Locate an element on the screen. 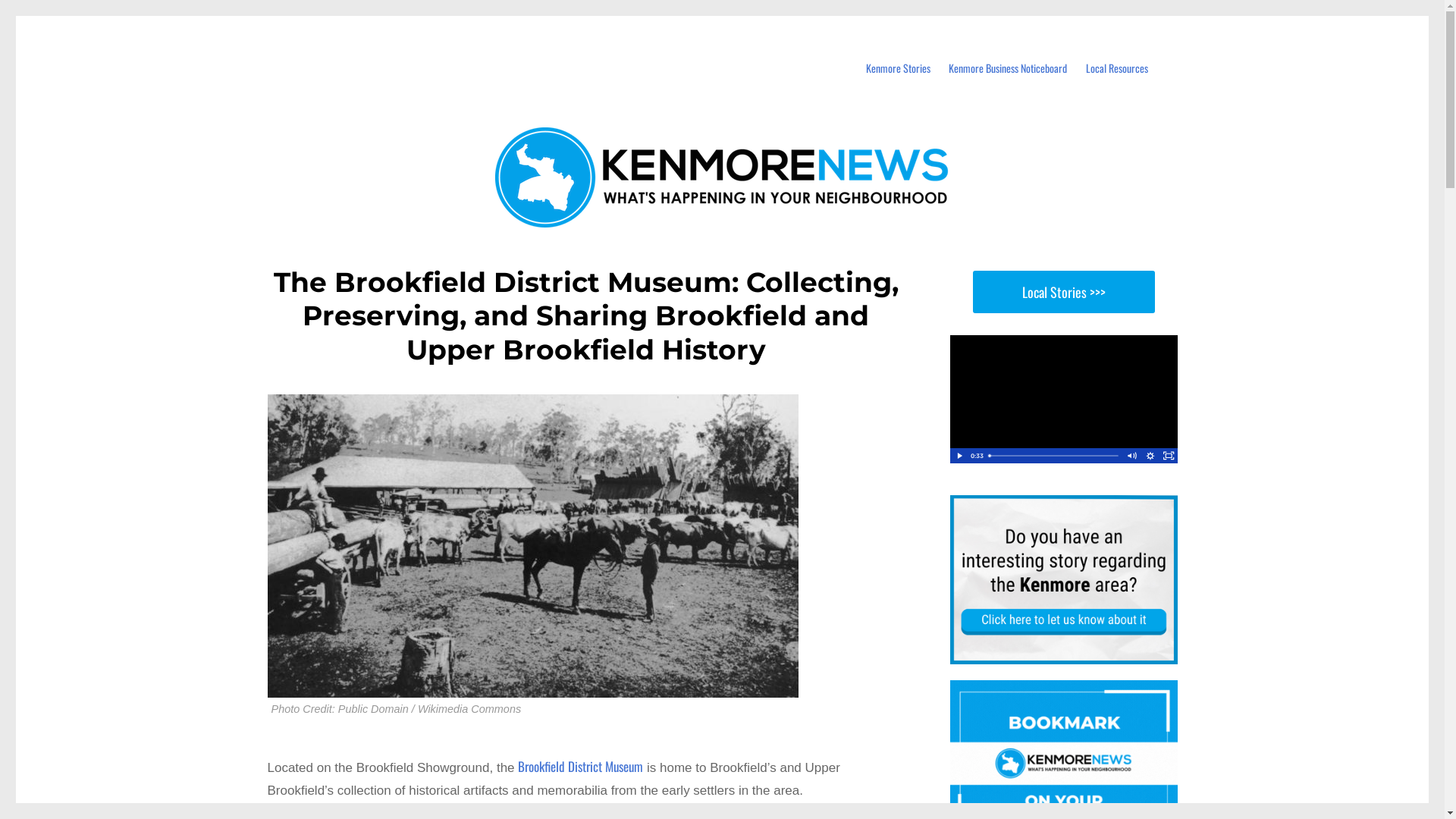 The image size is (1456, 819). 'Kenmore Business Noticeboard' is located at coordinates (1008, 68).